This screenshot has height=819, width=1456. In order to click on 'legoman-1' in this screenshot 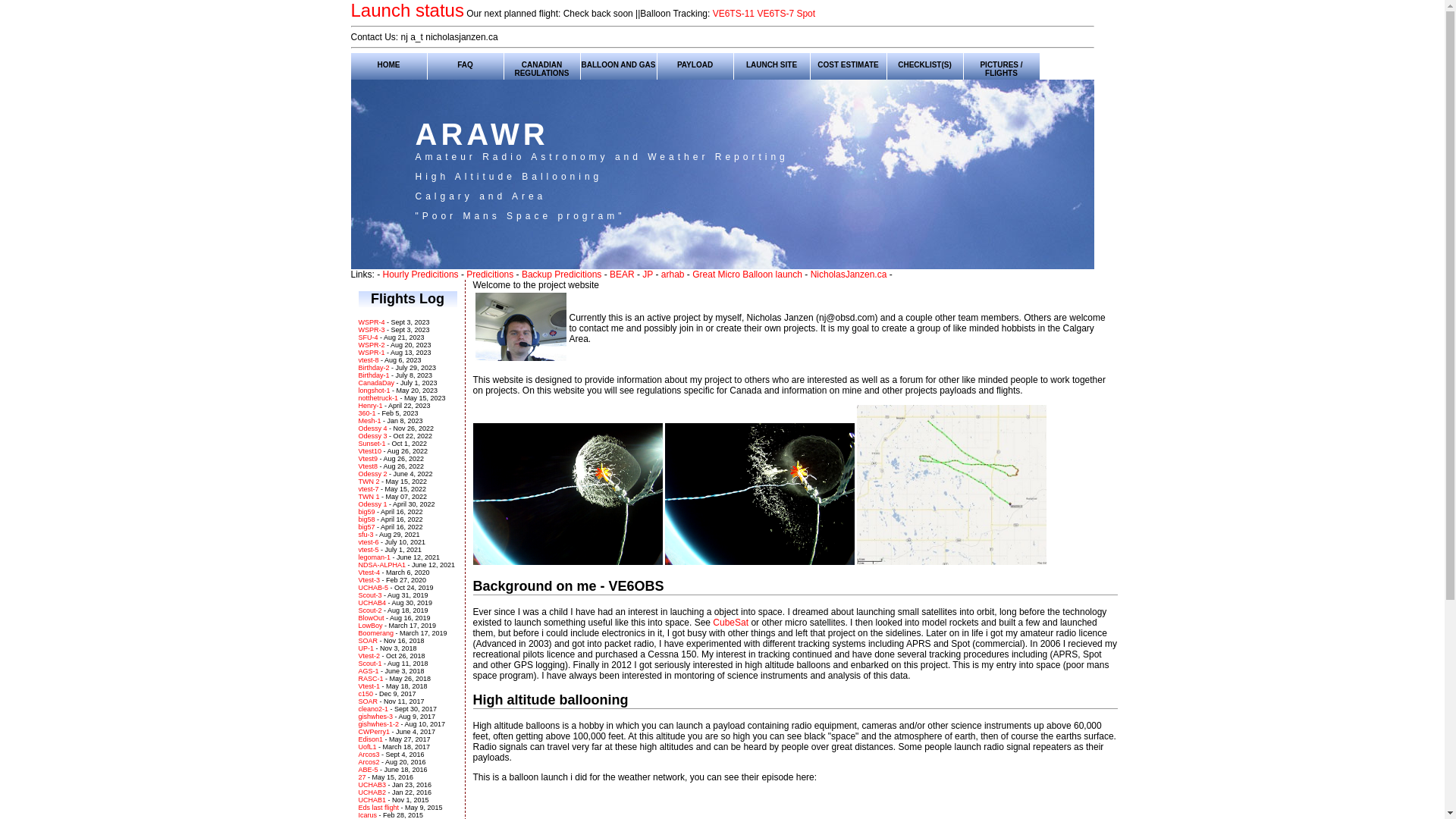, I will do `click(374, 557)`.